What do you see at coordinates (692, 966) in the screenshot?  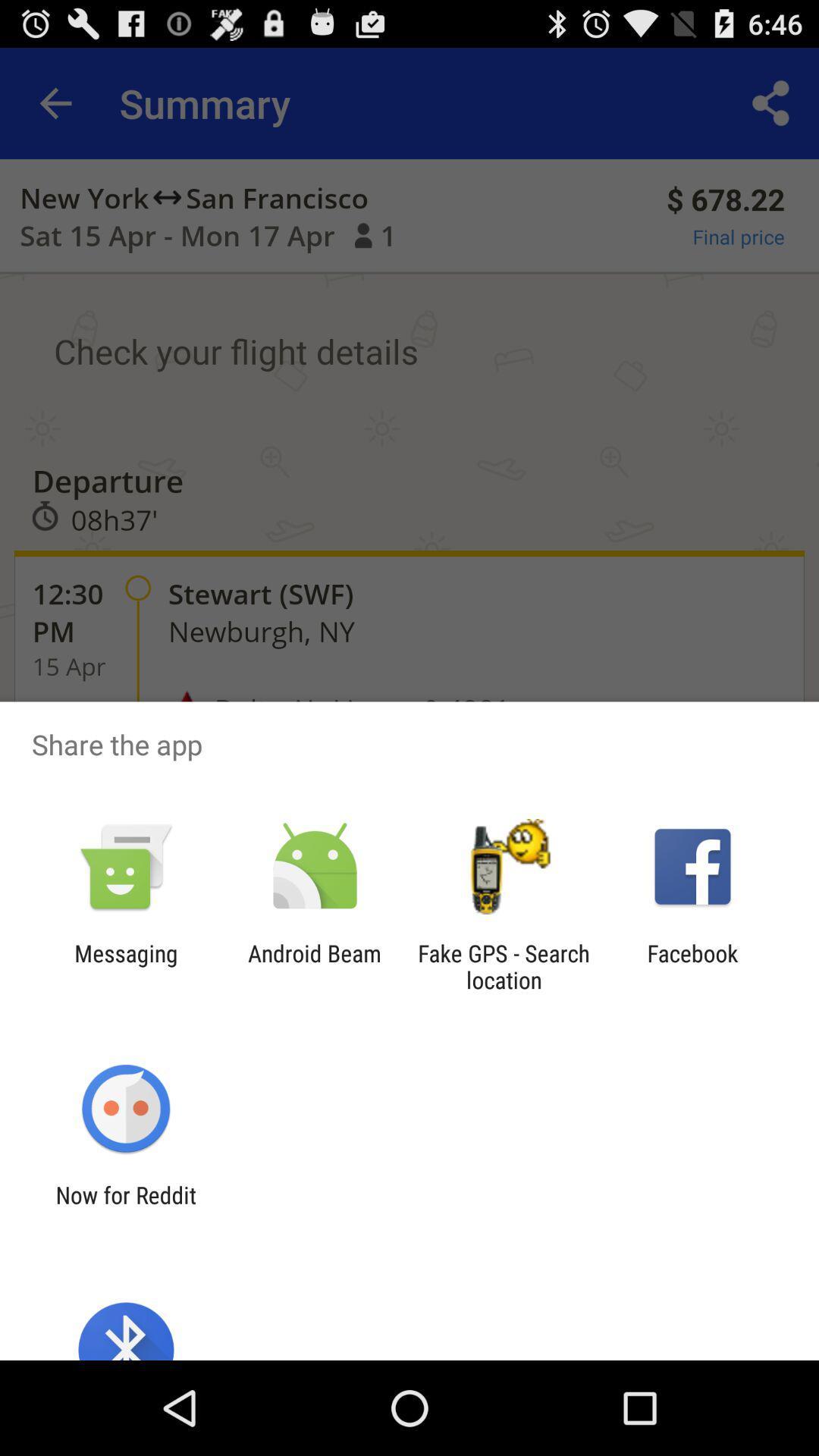 I see `the facebook item` at bounding box center [692, 966].